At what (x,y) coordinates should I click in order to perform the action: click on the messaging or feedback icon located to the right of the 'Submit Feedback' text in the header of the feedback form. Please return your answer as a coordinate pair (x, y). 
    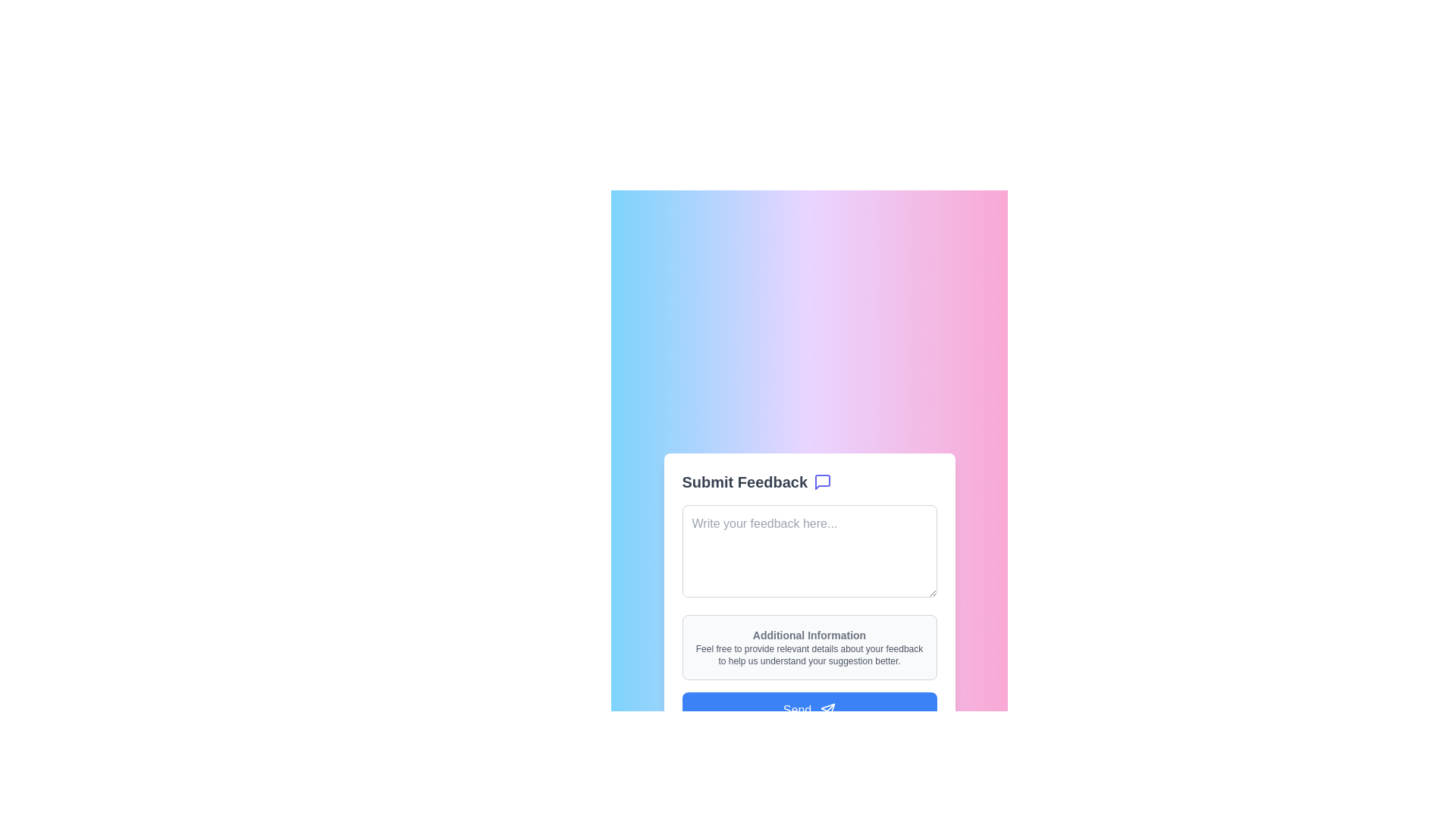
    Looking at the image, I should click on (822, 482).